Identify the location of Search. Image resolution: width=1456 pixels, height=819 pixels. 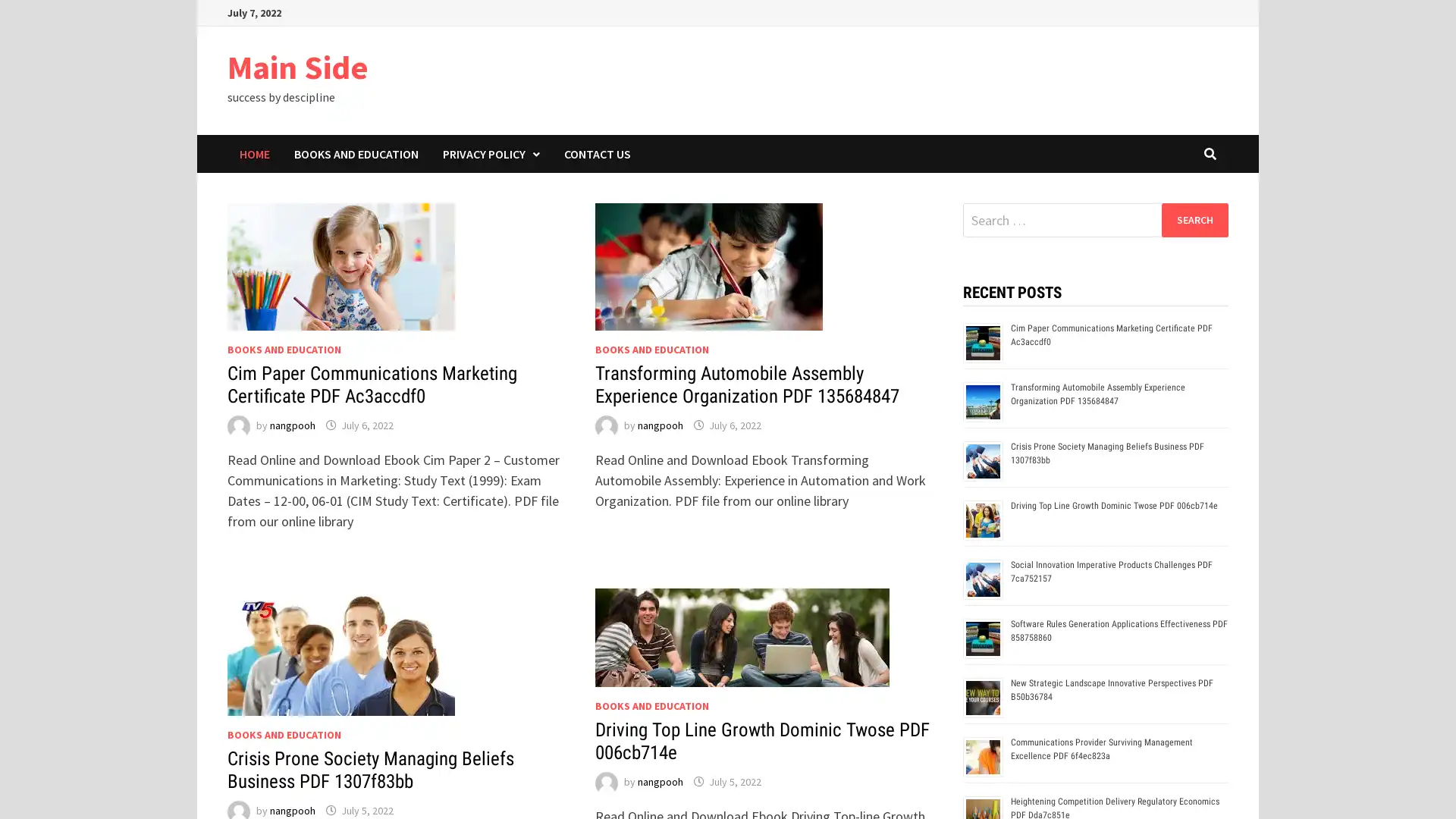
(1194, 219).